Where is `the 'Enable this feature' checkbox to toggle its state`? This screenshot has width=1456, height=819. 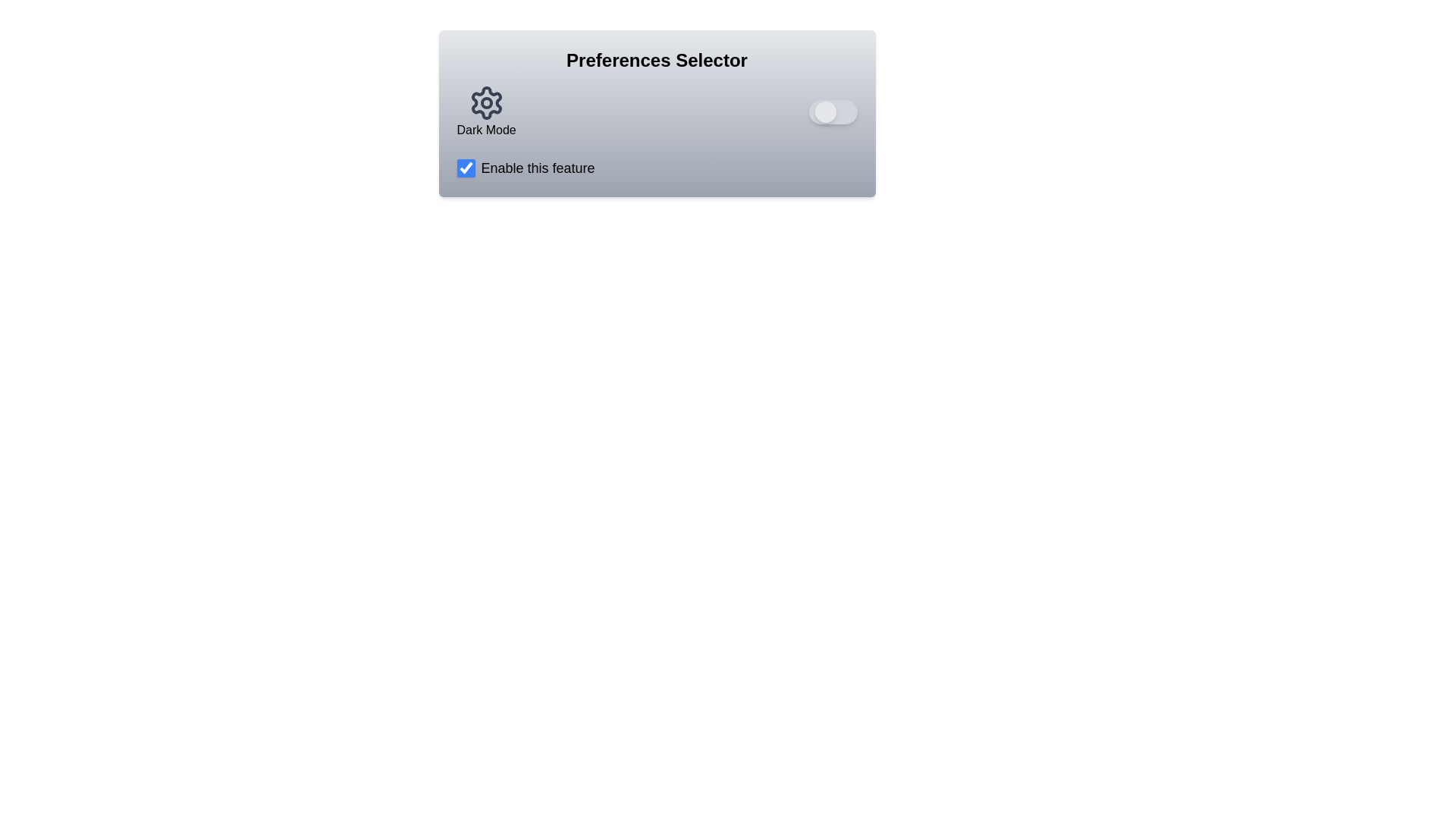 the 'Enable this feature' checkbox to toggle its state is located at coordinates (465, 168).